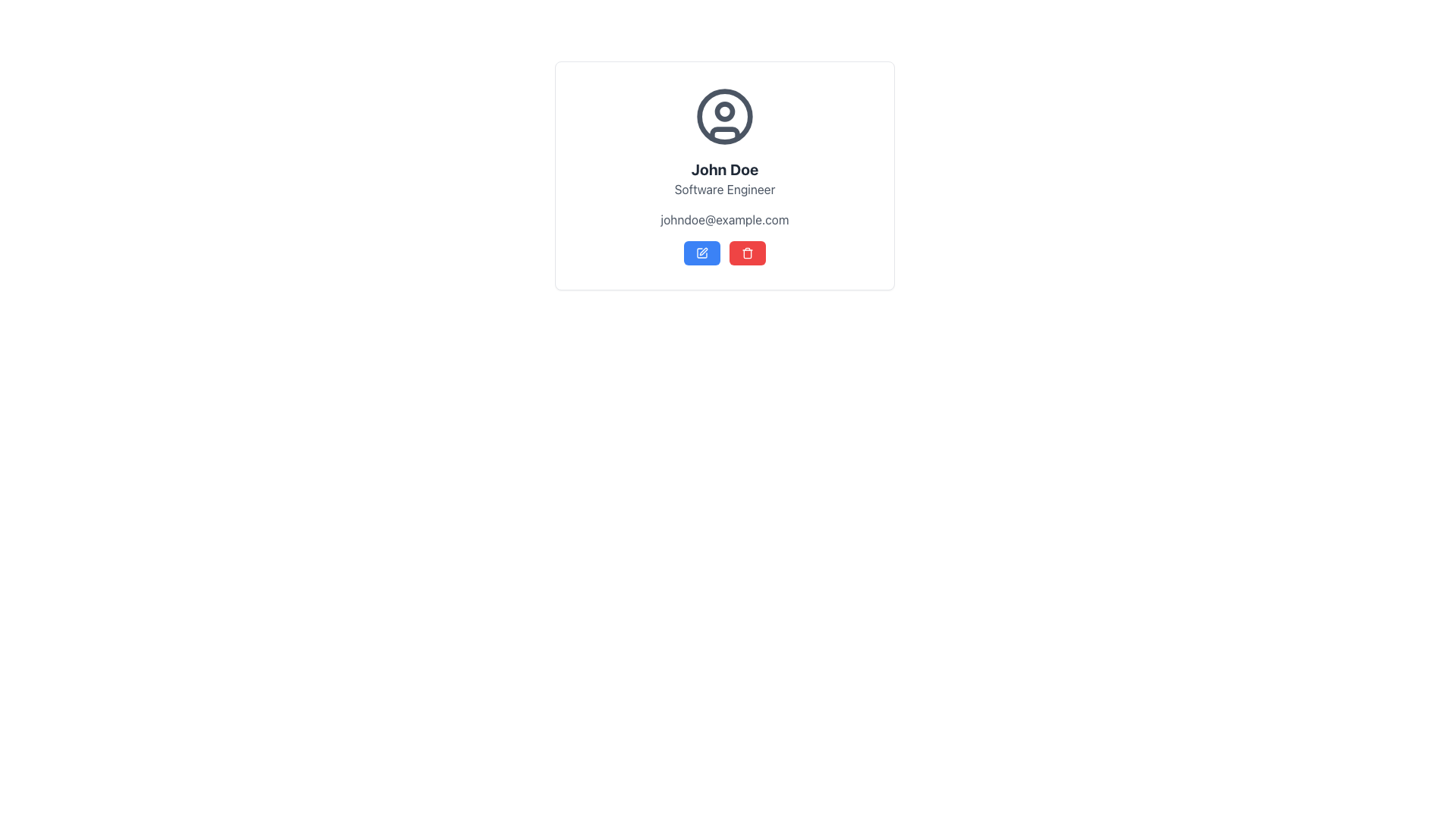 The height and width of the screenshot is (819, 1456). Describe the element at coordinates (702, 250) in the screenshot. I see `the edit action icon located within the user profile card, positioned inside the blue button to initiate the edit action` at that location.